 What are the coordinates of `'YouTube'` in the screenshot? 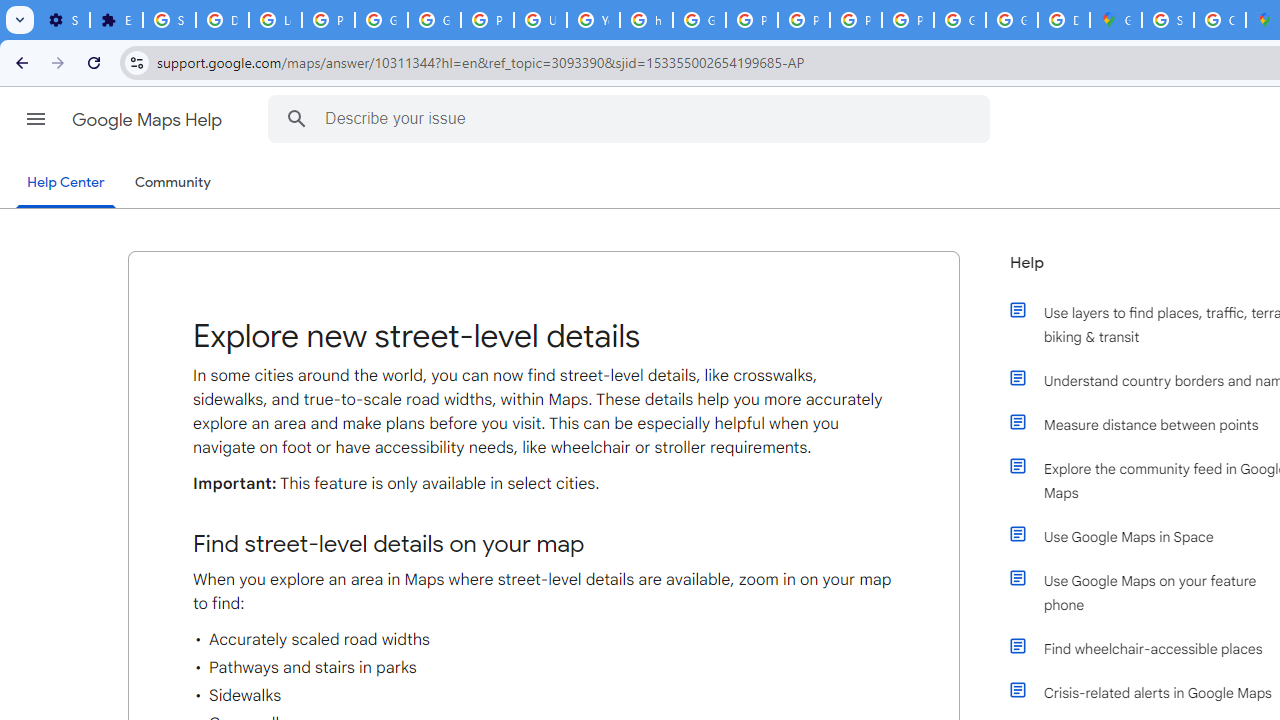 It's located at (592, 20).